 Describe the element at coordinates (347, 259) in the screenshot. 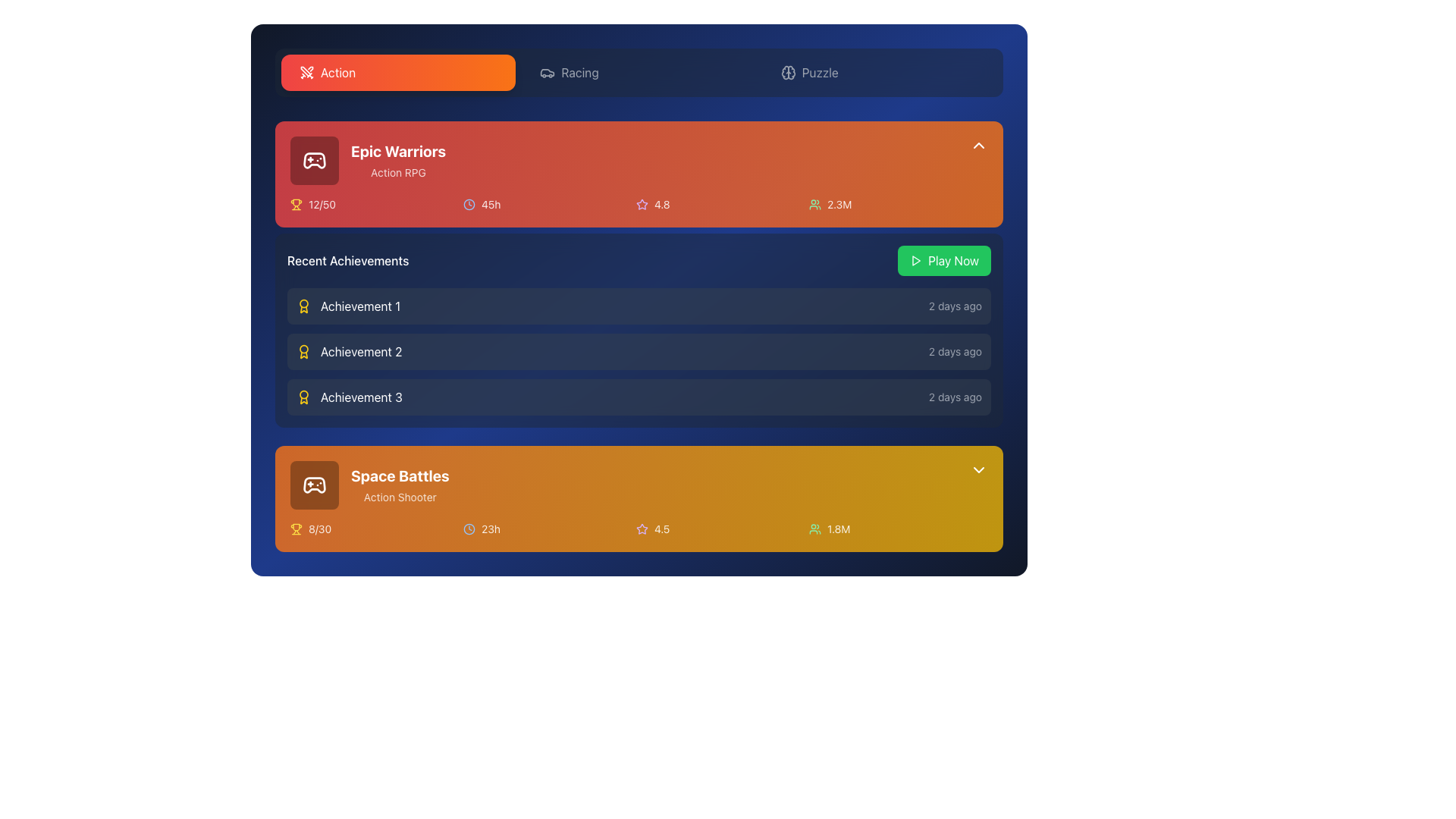

I see `the 'Recent Achievements' text label, which is styled in a medium weight, white font on a dark navy background, positioned below the 'Epic Warriors' card` at that location.